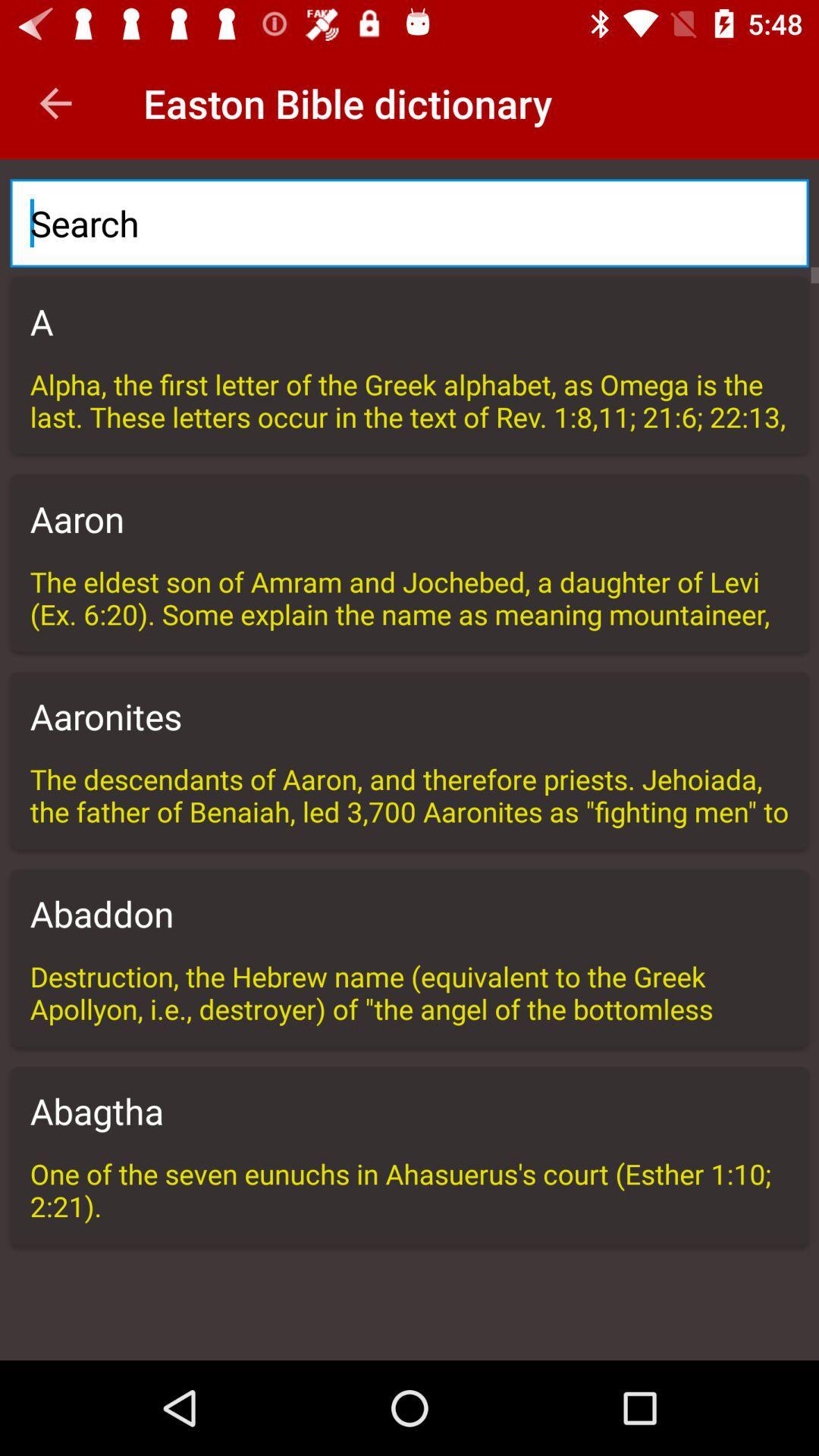 Image resolution: width=819 pixels, height=1456 pixels. Describe the element at coordinates (409, 912) in the screenshot. I see `the abaddon` at that location.